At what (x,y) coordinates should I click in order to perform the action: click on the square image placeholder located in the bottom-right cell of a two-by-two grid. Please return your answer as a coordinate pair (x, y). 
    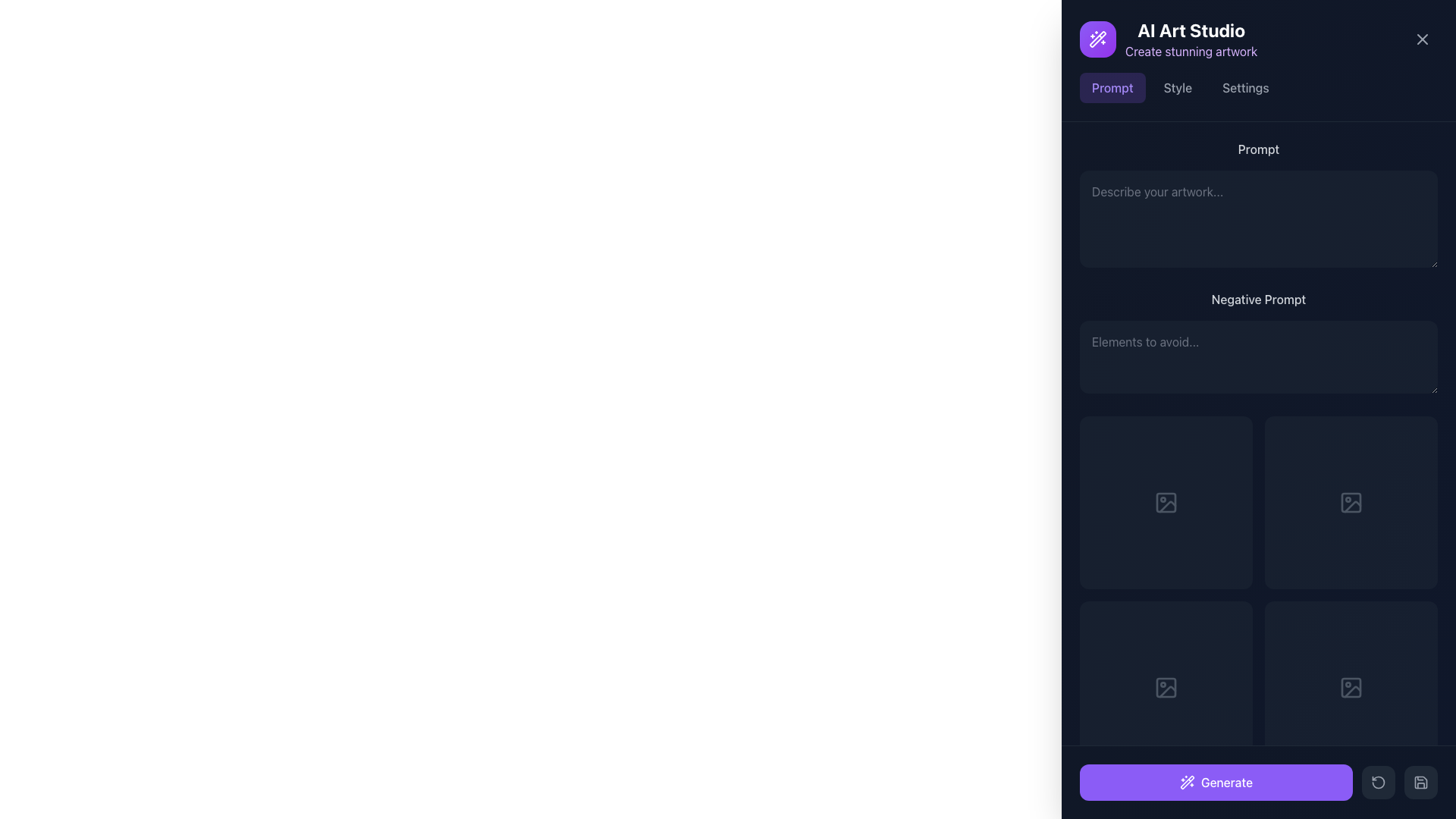
    Looking at the image, I should click on (1351, 503).